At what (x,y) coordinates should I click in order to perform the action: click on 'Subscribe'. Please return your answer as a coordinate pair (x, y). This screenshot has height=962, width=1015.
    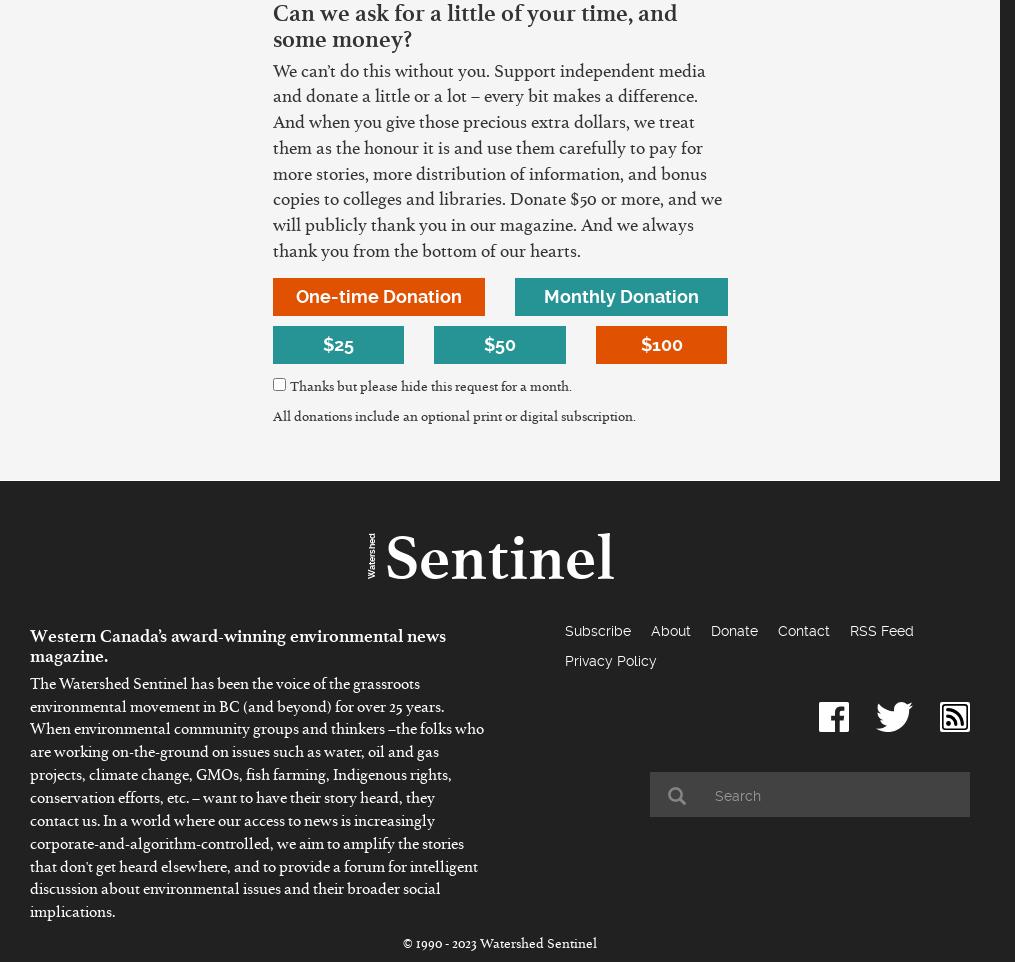
    Looking at the image, I should click on (565, 630).